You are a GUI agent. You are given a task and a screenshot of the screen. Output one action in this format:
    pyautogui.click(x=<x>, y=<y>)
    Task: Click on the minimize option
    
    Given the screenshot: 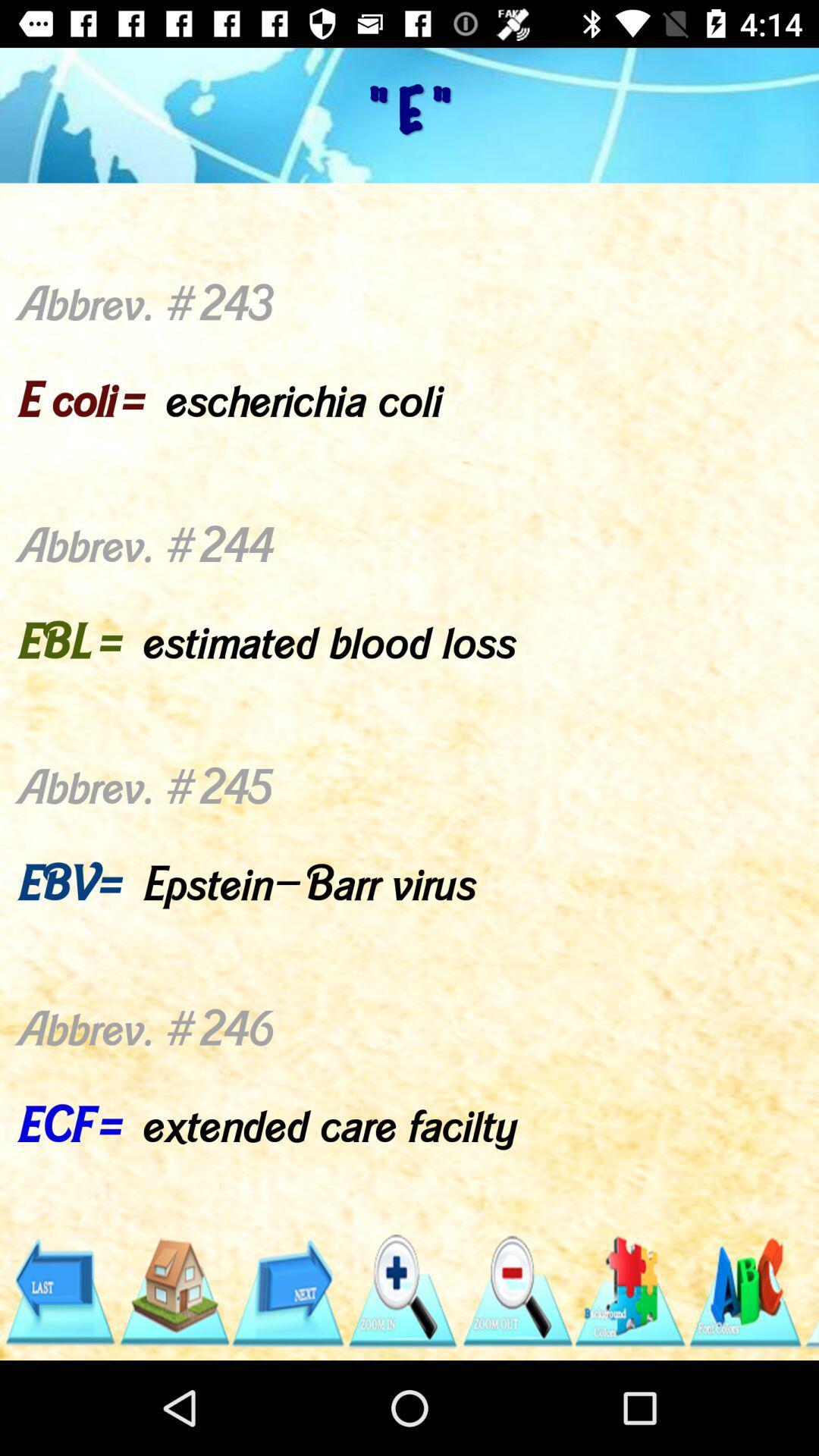 What is the action you would take?
    pyautogui.click(x=516, y=1291)
    